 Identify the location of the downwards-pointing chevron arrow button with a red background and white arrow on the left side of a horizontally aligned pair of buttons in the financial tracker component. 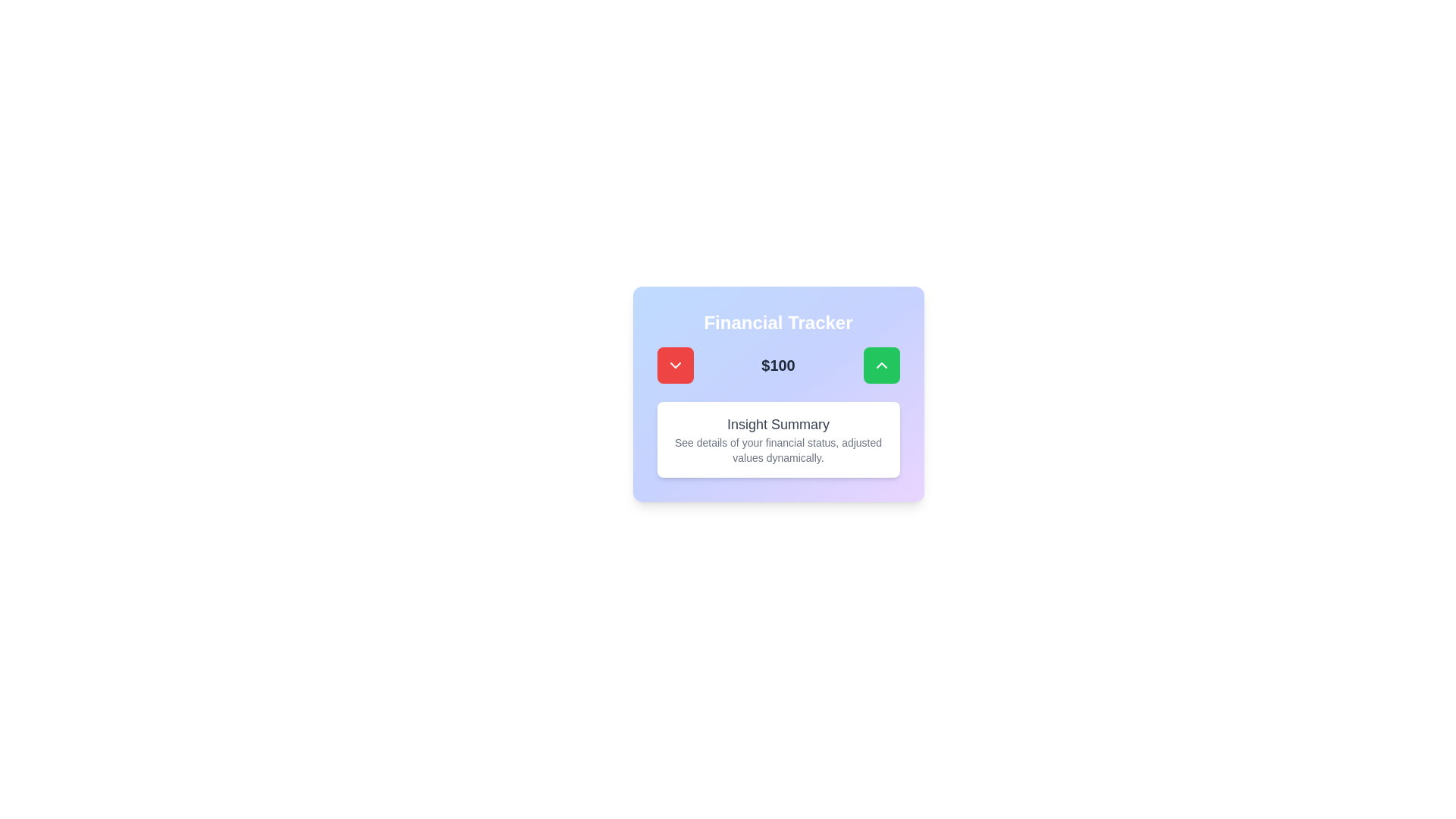
(674, 366).